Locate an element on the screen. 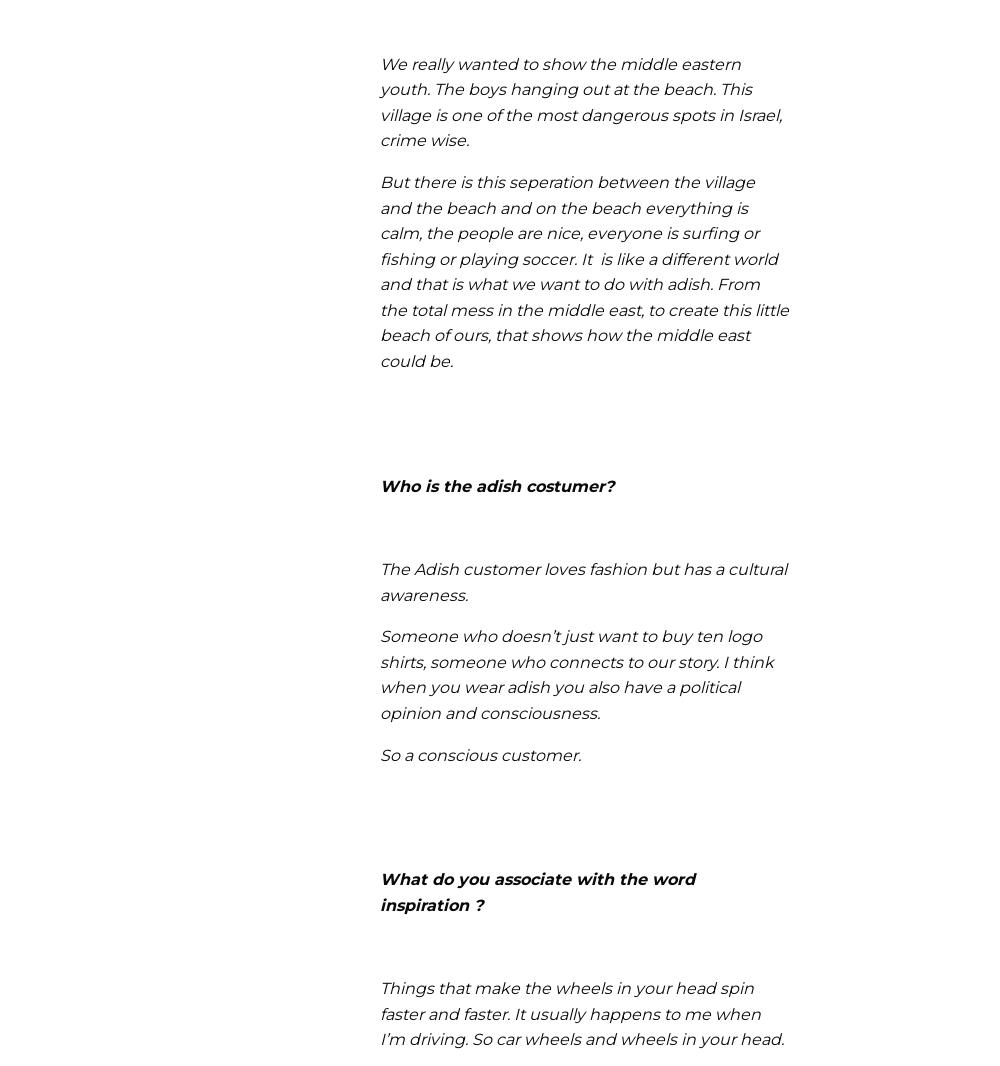 The height and width of the screenshot is (1066, 1000). 'But there is this seperation between the village and the beach and on the beach everything is calm, the people are nice, everyone is surfing or fishing or playing soccer. It  is like a different world and that is what we want to do with adish.' is located at coordinates (578, 232).